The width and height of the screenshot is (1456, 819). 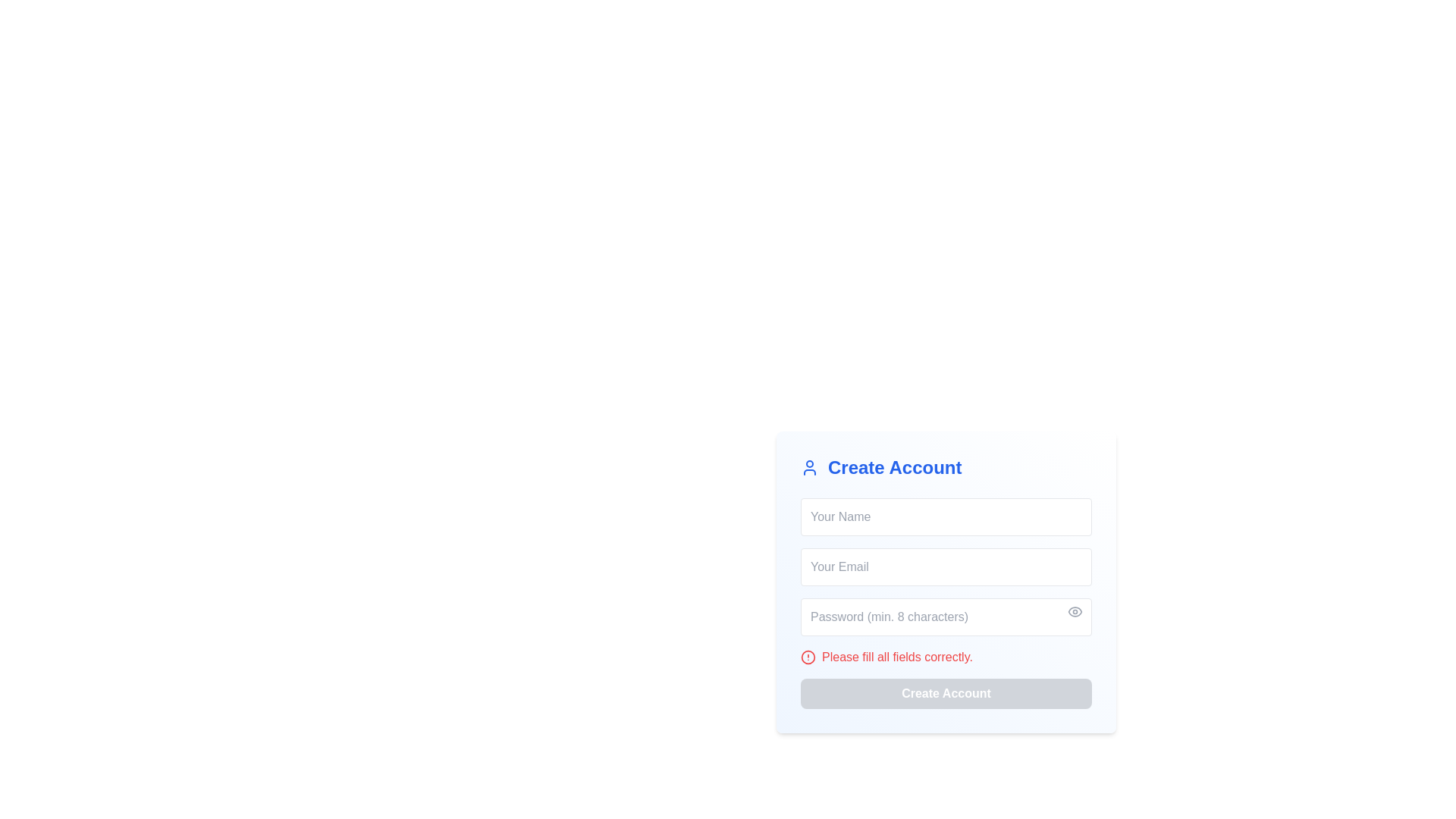 What do you see at coordinates (946, 617) in the screenshot?
I see `the password input field with rounded borders and placeholder text 'Password (min. 8 characters)' to focus it` at bounding box center [946, 617].